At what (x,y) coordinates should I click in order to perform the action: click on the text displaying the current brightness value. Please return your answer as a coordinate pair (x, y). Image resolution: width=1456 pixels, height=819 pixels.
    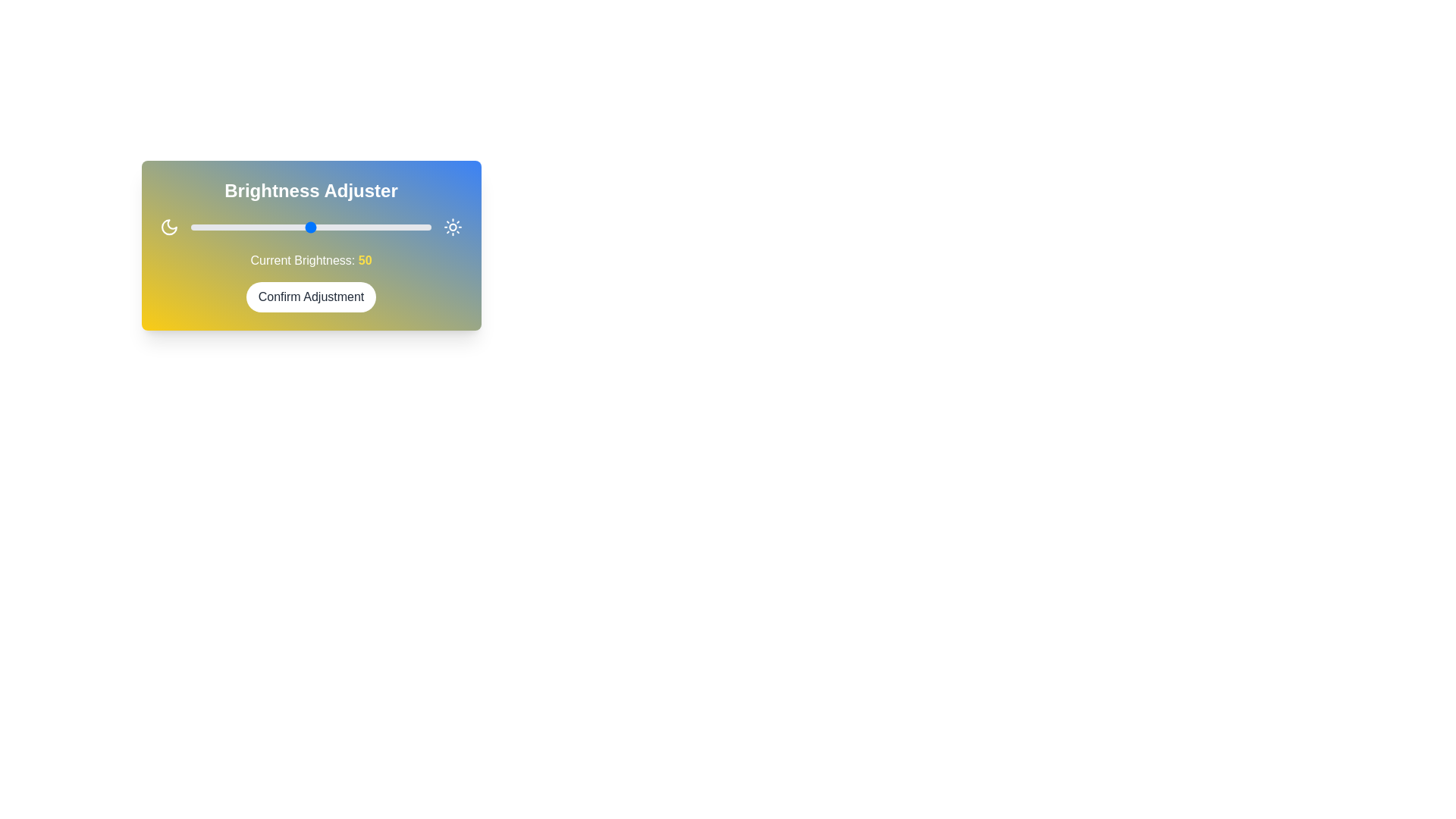
    Looking at the image, I should click on (310, 259).